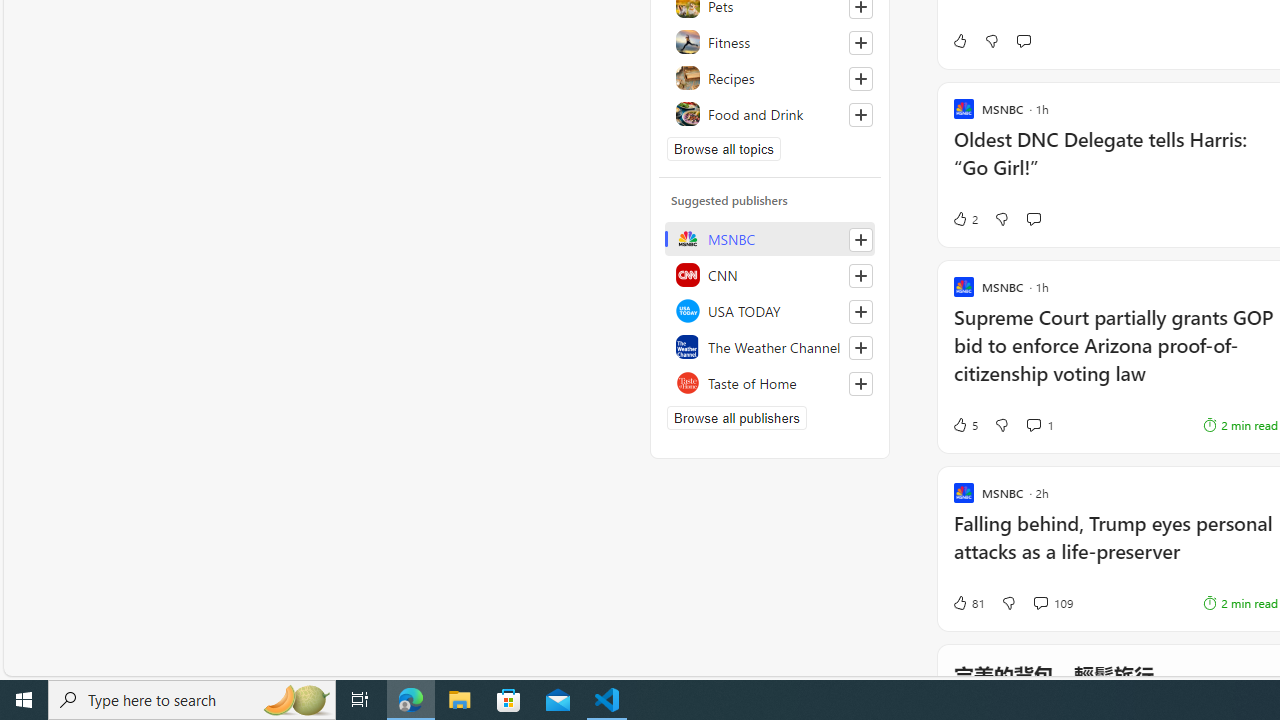 The height and width of the screenshot is (720, 1280). I want to click on 'View comments 109 Comment', so click(1051, 602).